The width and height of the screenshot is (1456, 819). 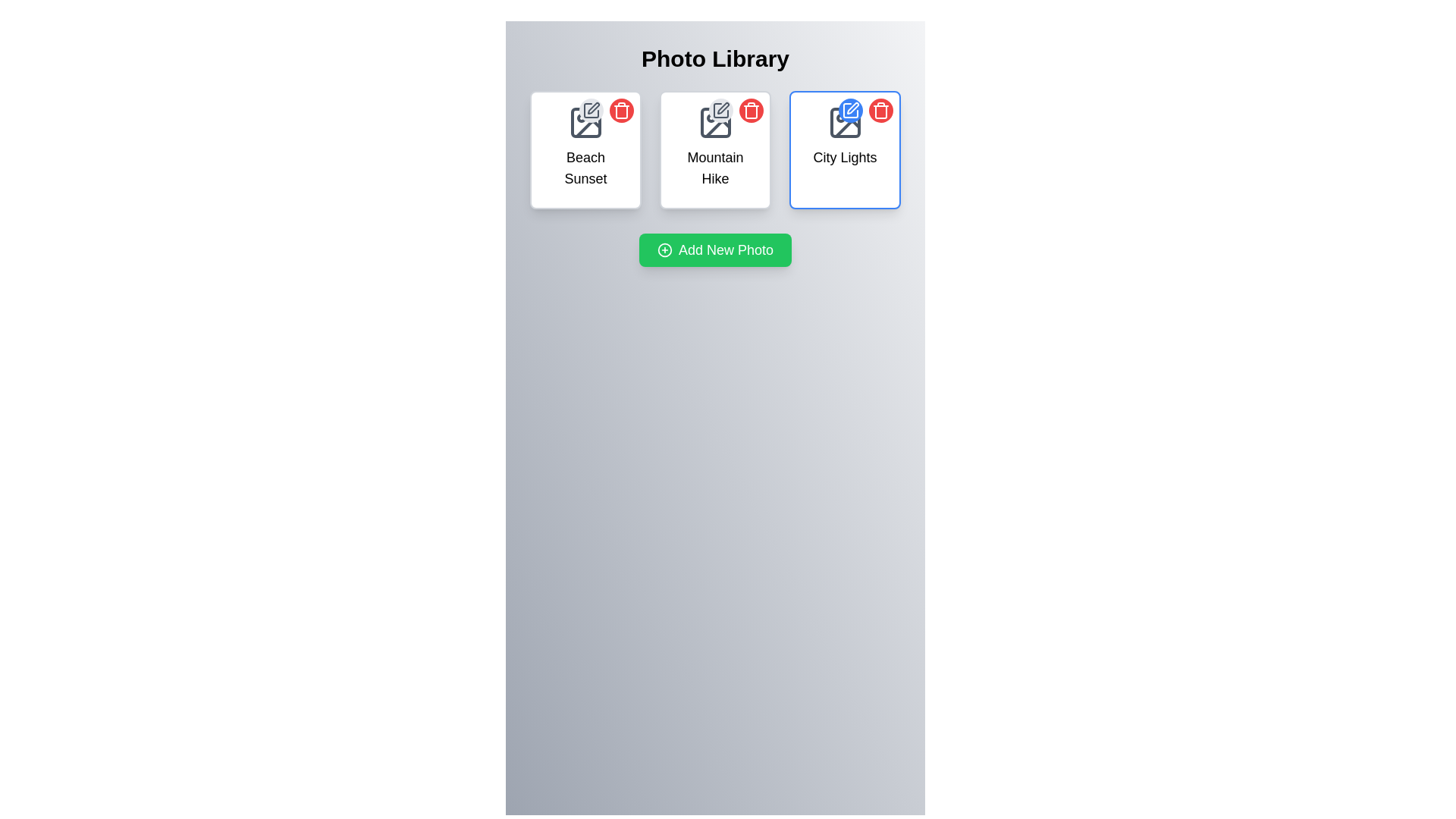 I want to click on the 'Beach Sunset' text element, which is styled for emphasis and located below an image icon in the top-left card of the interface, so click(x=585, y=168).